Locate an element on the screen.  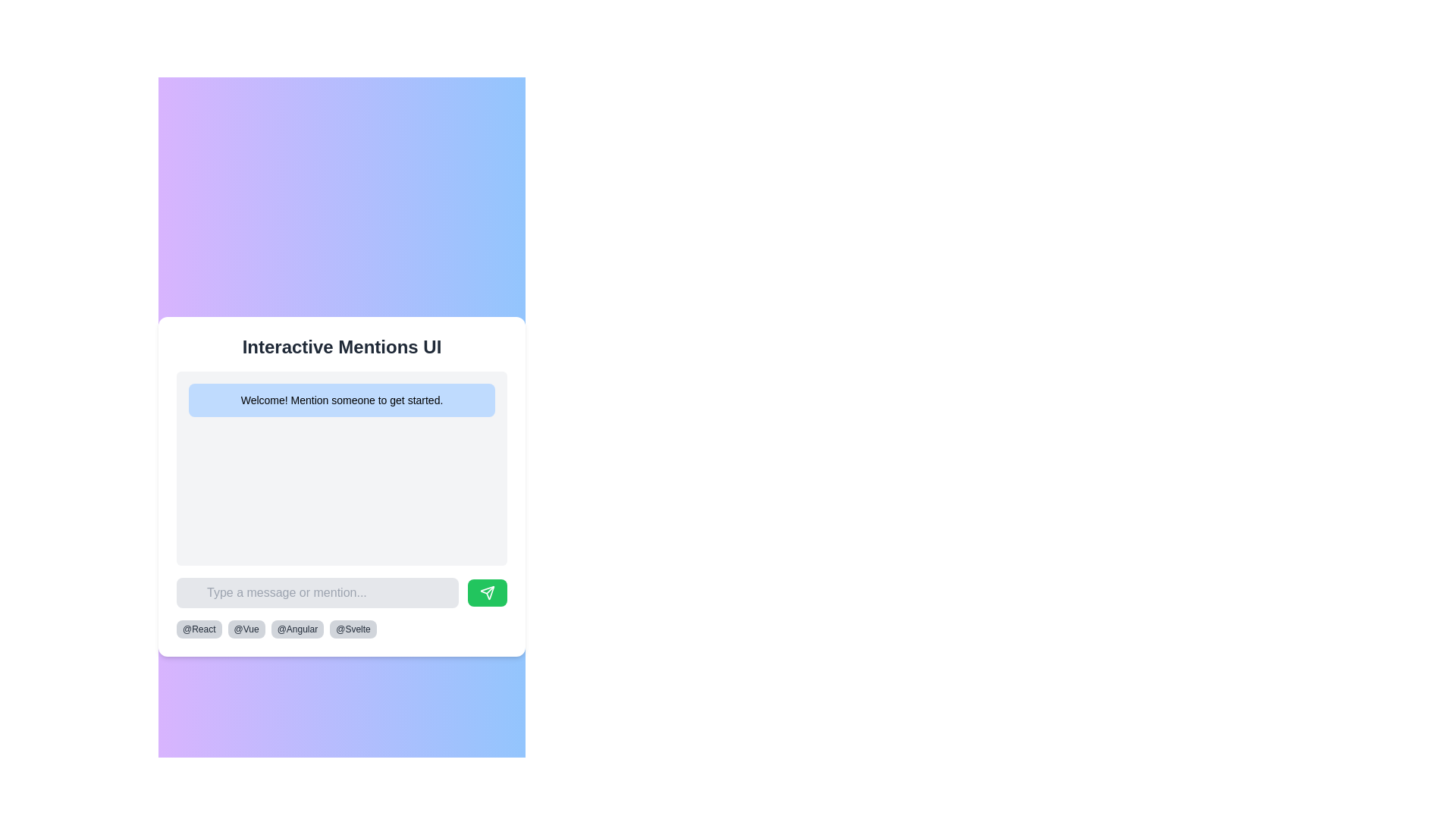
the '@Angular' button, which is a small rectangular button with rounded corners, filled with a gray background, located in a horizontal layout among other buttons is located at coordinates (297, 629).